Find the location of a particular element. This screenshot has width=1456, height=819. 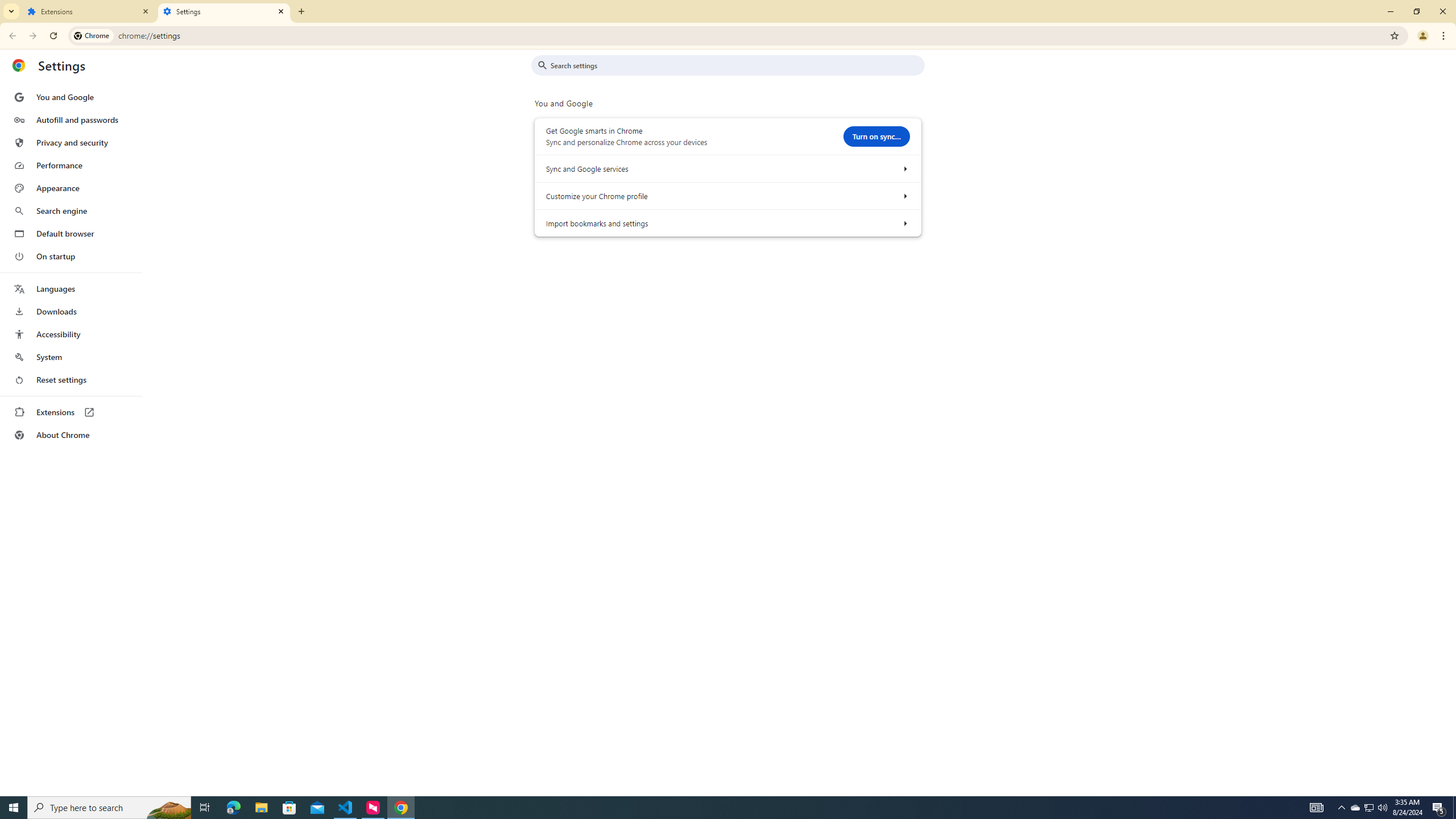

'Default browser' is located at coordinates (70, 233).